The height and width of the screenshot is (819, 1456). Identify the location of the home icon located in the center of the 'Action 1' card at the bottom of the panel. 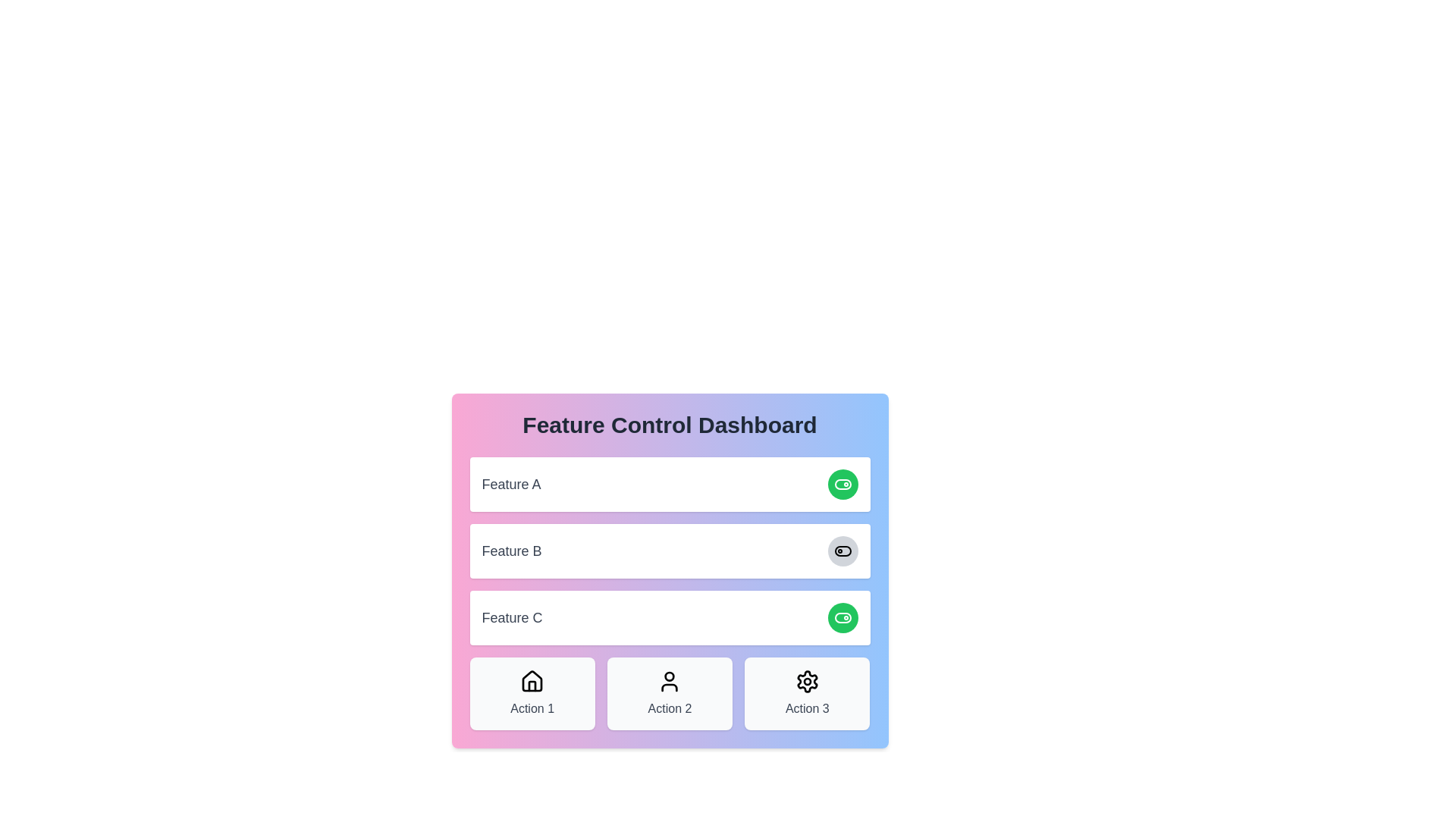
(532, 680).